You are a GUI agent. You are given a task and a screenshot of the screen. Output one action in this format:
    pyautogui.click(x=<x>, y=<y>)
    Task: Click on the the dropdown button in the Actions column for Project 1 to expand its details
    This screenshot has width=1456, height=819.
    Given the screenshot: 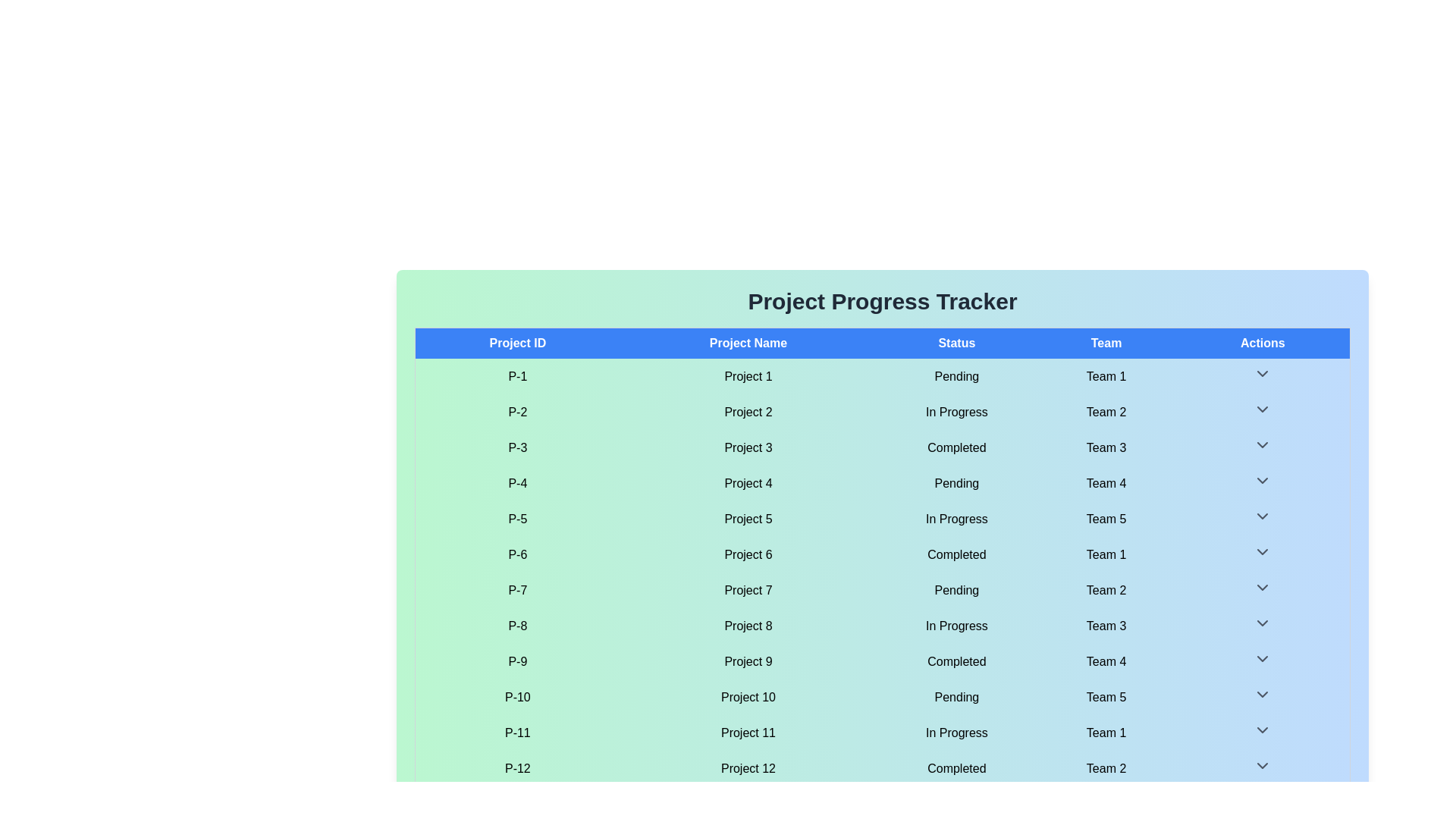 What is the action you would take?
    pyautogui.click(x=1263, y=374)
    